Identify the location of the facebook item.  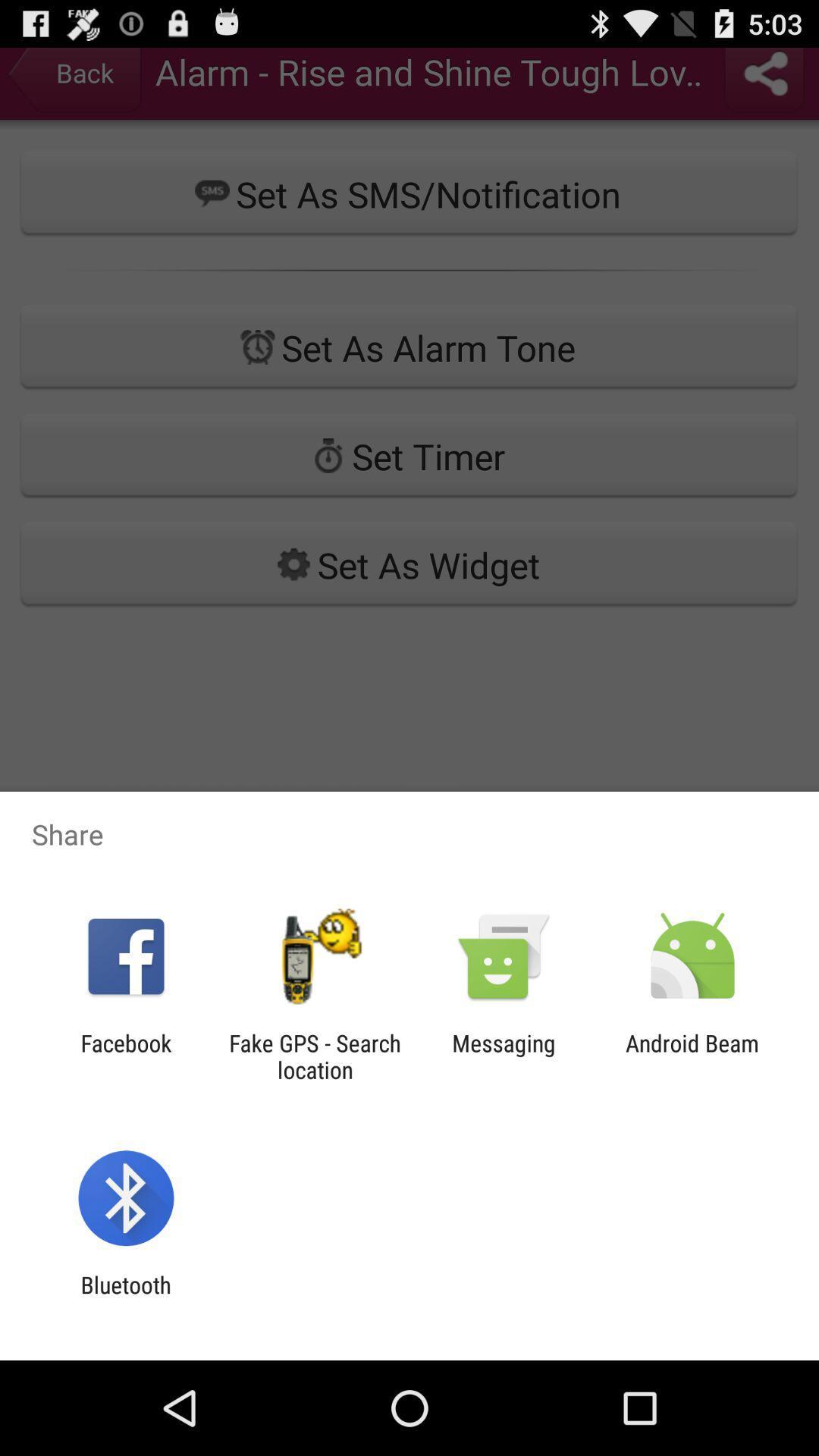
(125, 1056).